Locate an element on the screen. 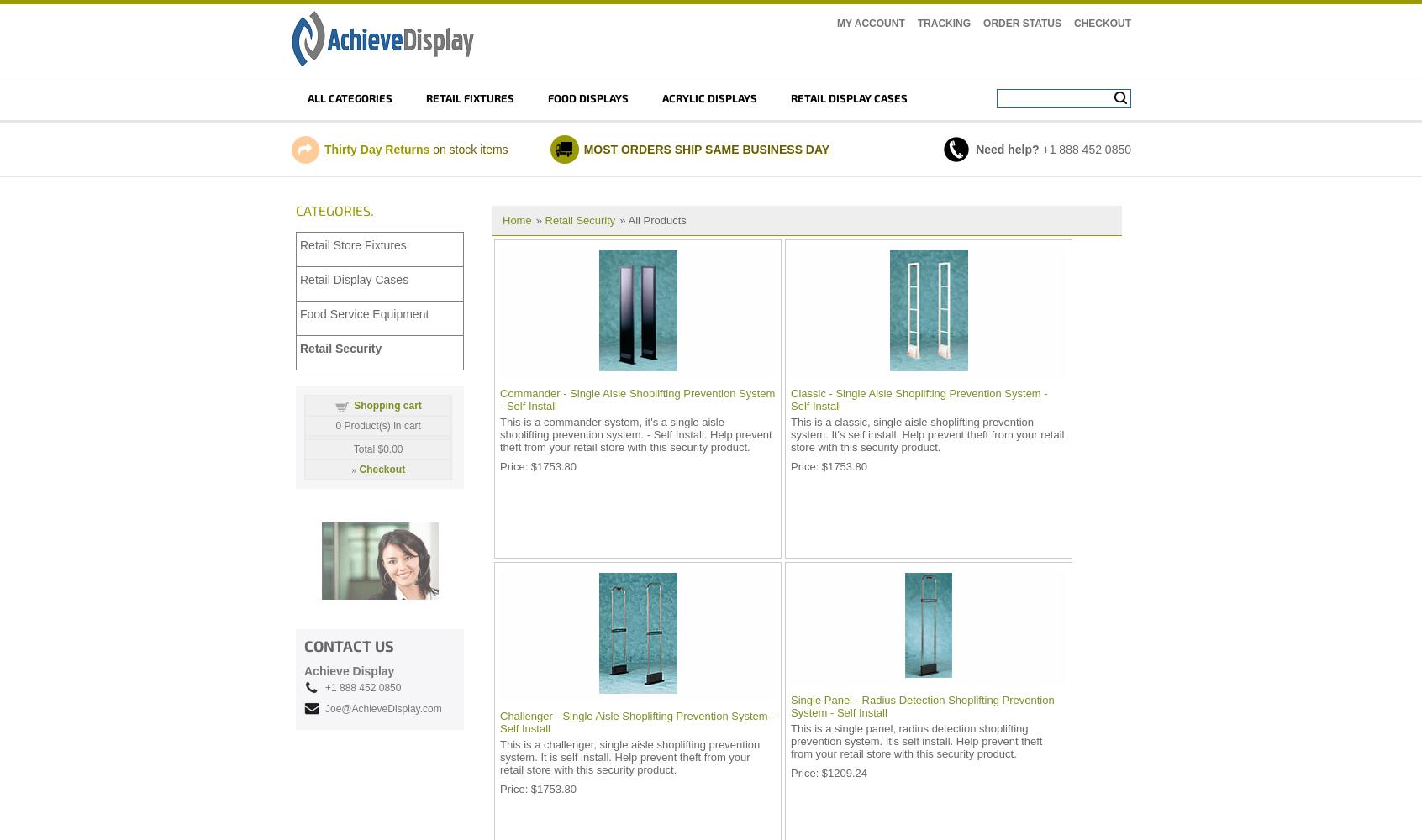 The width and height of the screenshot is (1422, 840). 'Retail Display Cases' is located at coordinates (300, 279).